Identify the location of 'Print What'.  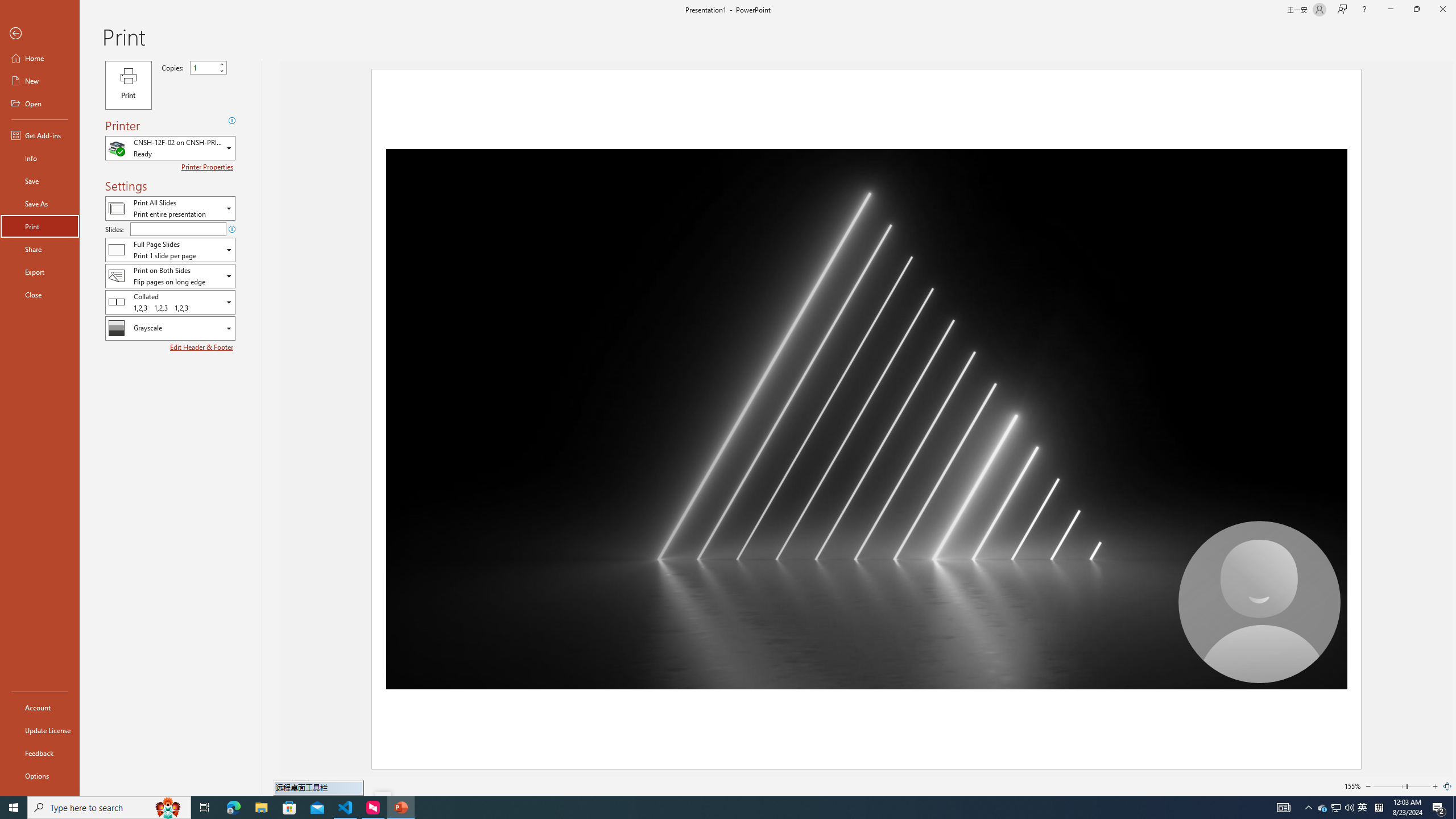
(169, 208).